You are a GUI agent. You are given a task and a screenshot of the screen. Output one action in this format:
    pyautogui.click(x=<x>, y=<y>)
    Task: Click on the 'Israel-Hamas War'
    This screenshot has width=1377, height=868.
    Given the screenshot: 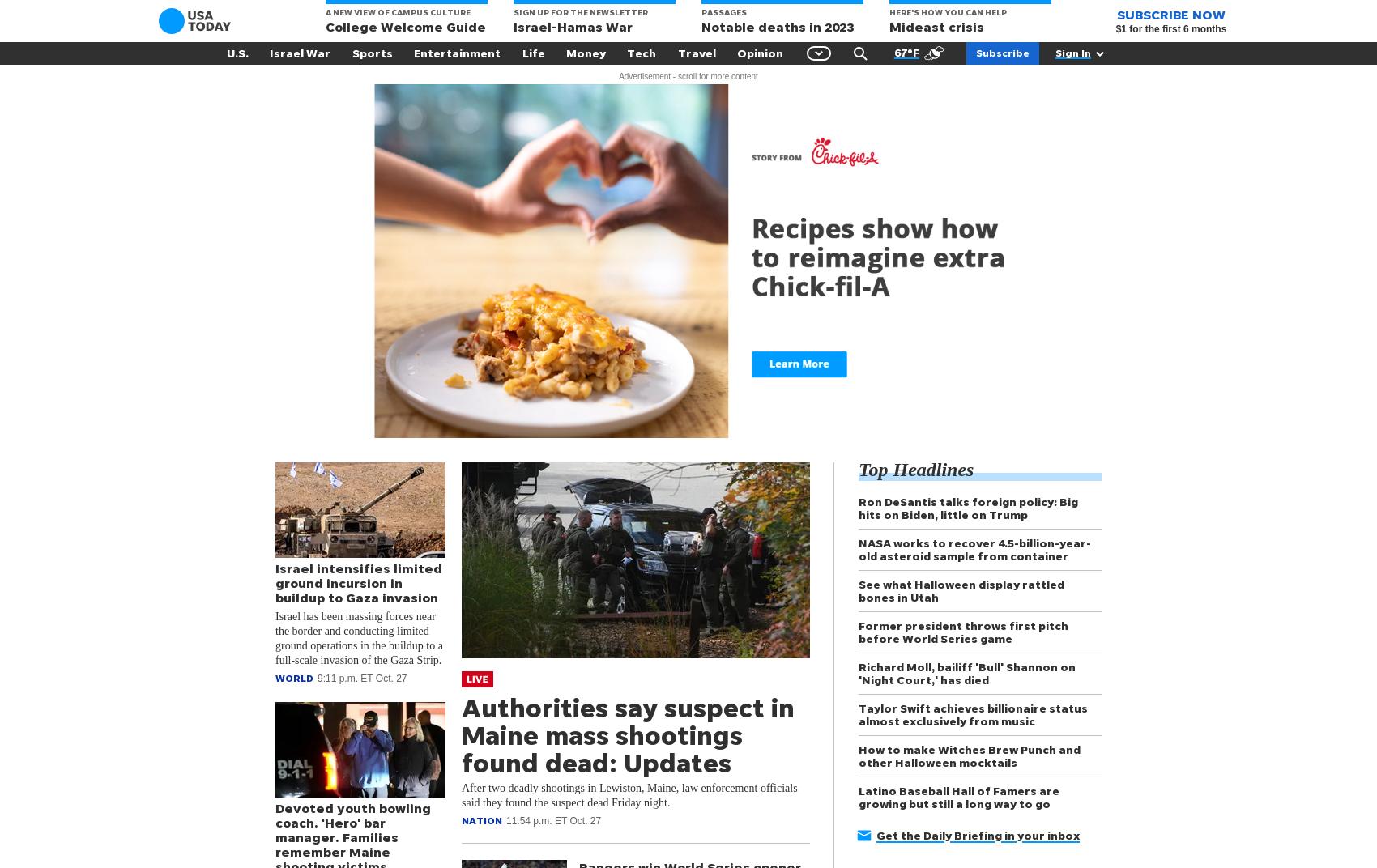 What is the action you would take?
    pyautogui.click(x=573, y=26)
    